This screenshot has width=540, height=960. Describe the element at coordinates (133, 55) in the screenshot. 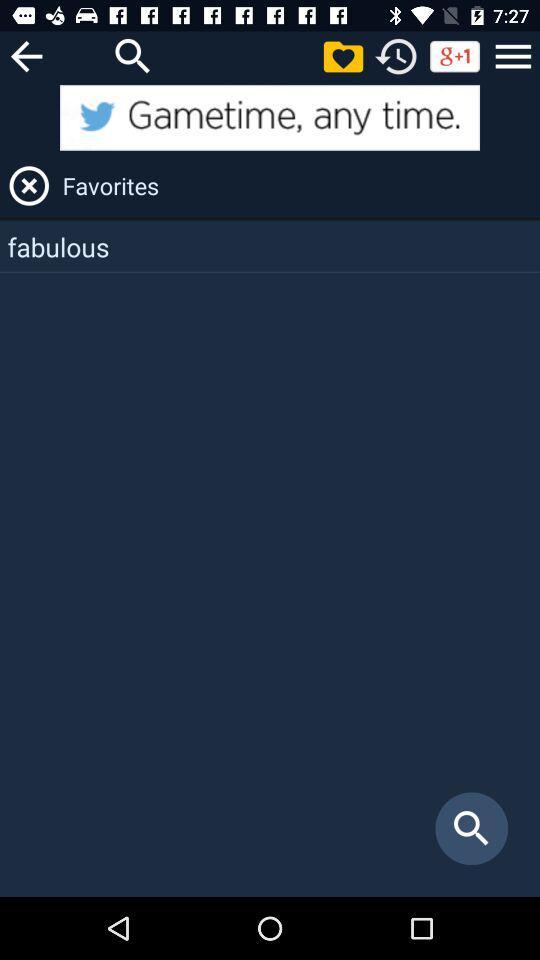

I see `search option` at that location.